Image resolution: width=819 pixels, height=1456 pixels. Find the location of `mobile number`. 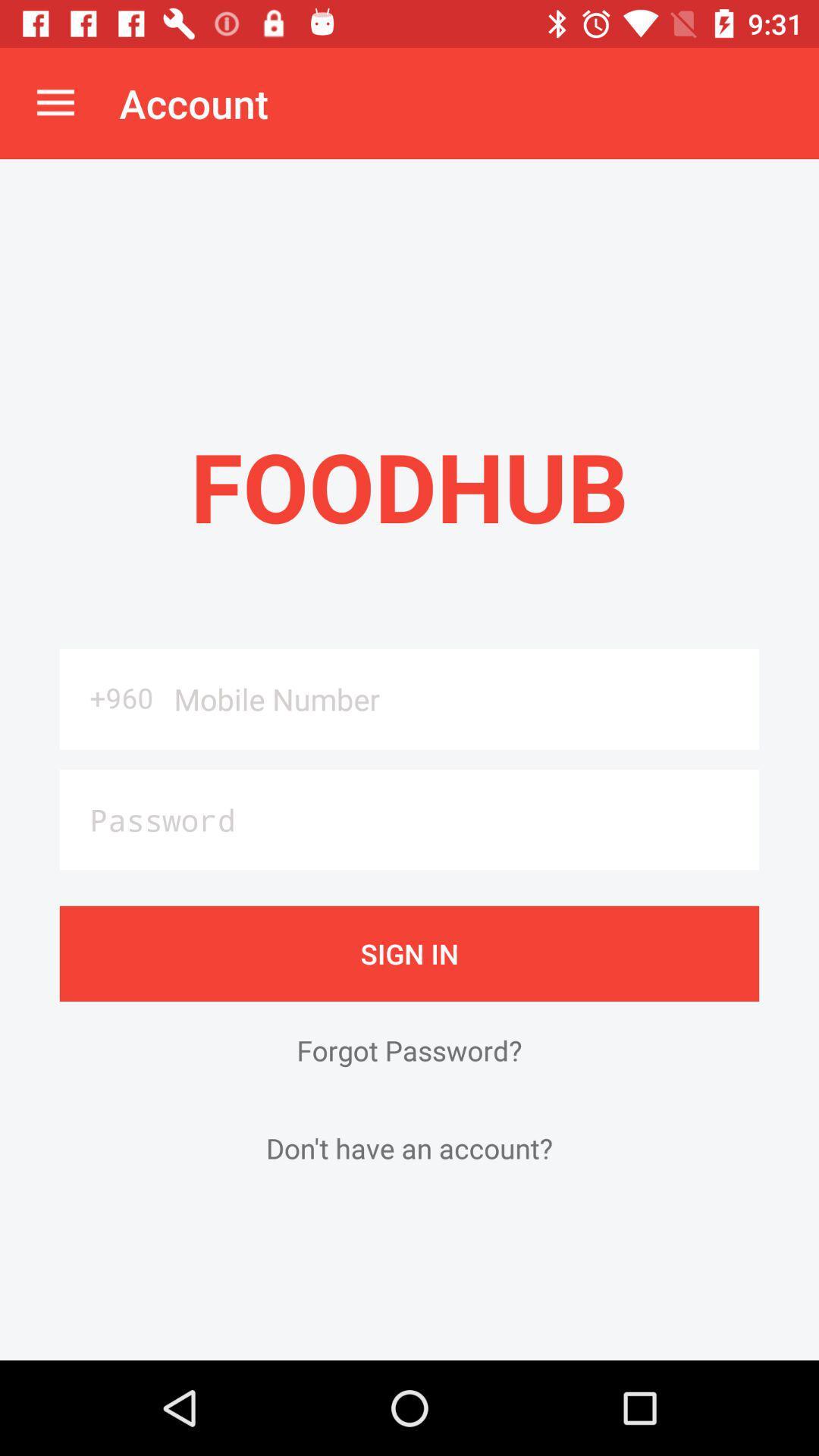

mobile number is located at coordinates (460, 698).